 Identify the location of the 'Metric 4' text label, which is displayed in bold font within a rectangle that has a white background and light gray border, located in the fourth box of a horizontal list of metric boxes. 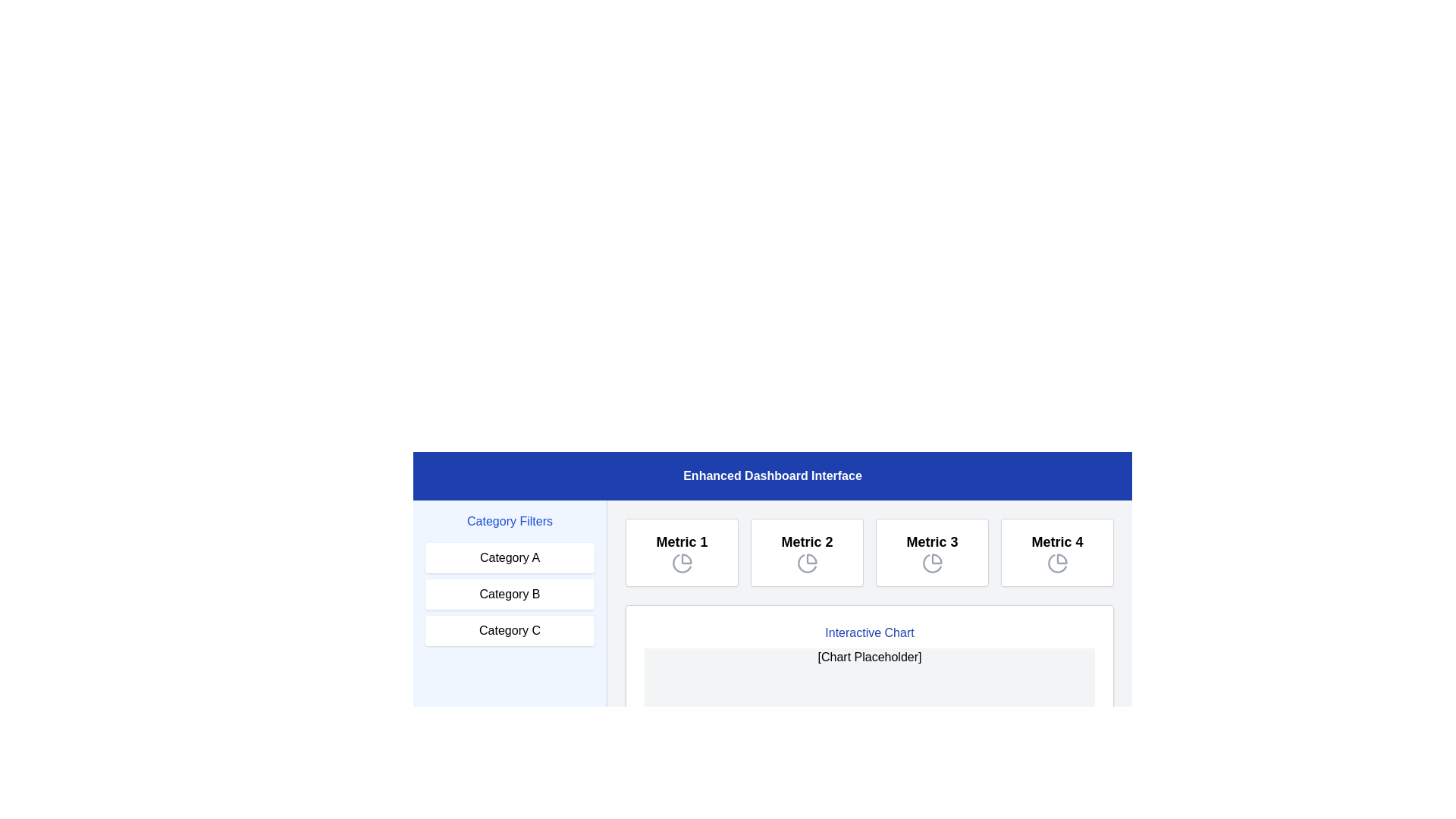
(1056, 541).